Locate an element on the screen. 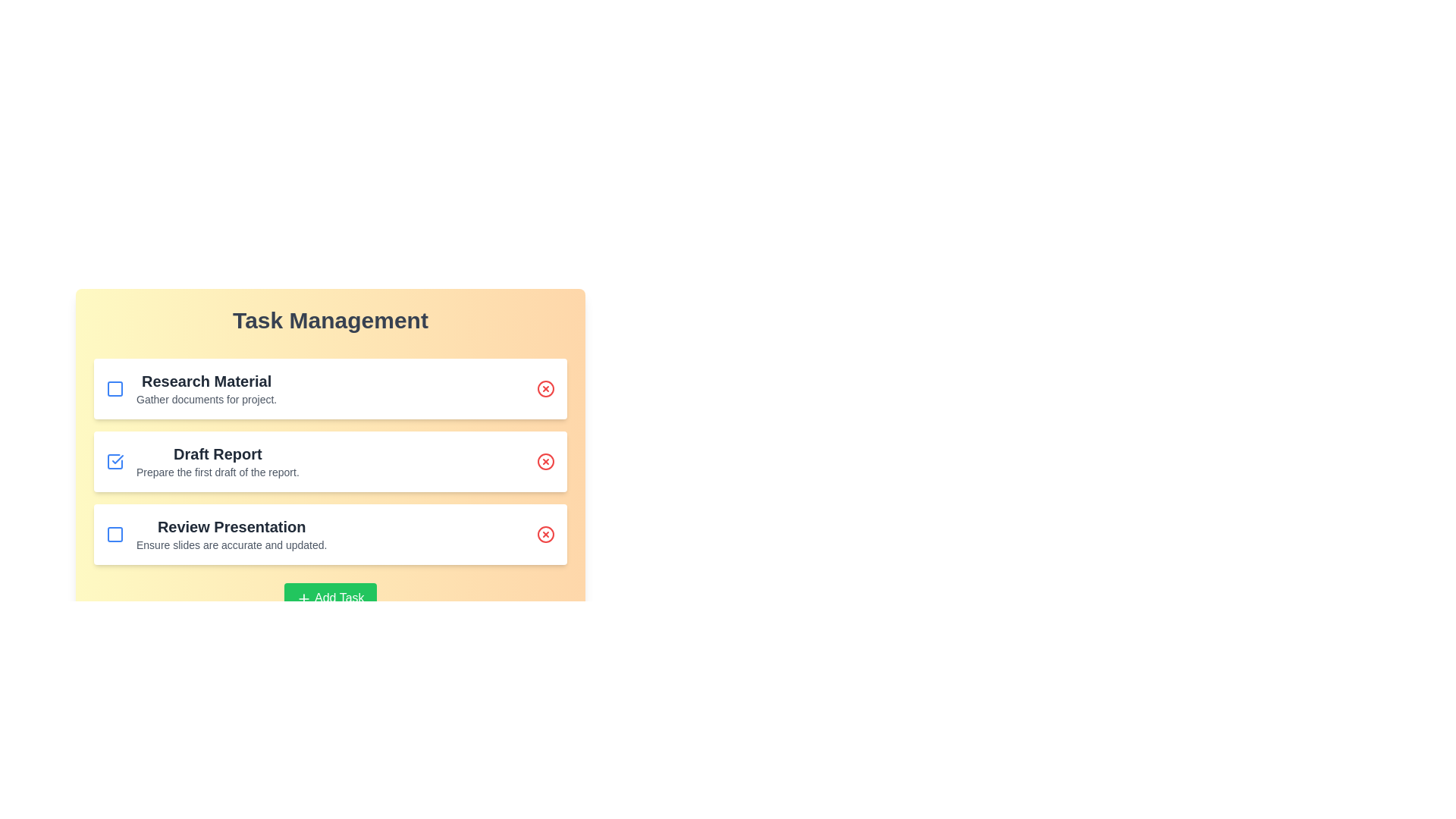  delete button for the task titled Review Presentation is located at coordinates (546, 534).